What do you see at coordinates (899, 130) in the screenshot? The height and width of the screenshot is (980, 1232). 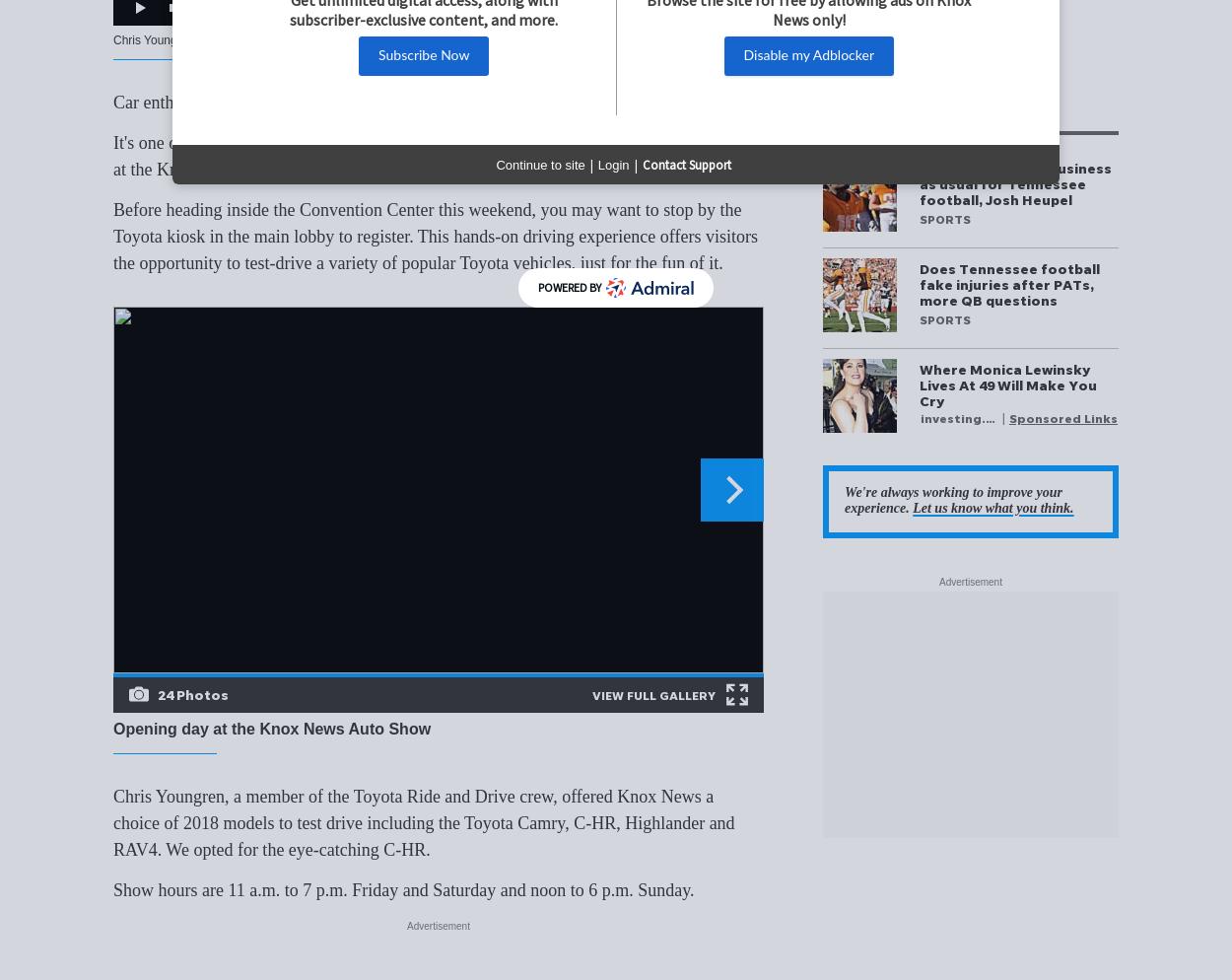 I see `'More Stories'` at bounding box center [899, 130].